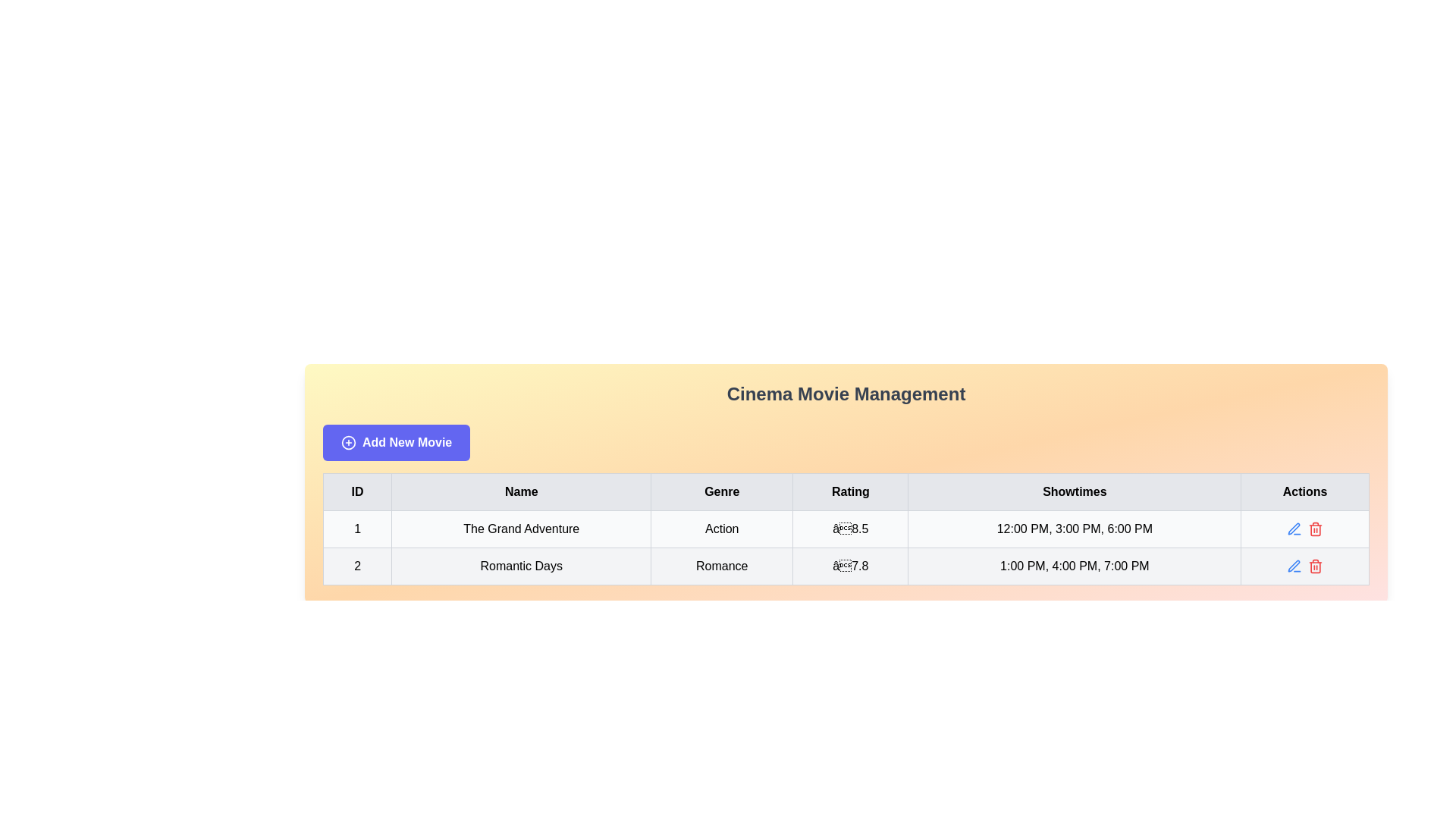 This screenshot has height=819, width=1456. What do you see at coordinates (521, 491) in the screenshot?
I see `the Table Header Cell labeled 'Name', which is styled with a gray background and bold black font, located in the header row of the table` at bounding box center [521, 491].